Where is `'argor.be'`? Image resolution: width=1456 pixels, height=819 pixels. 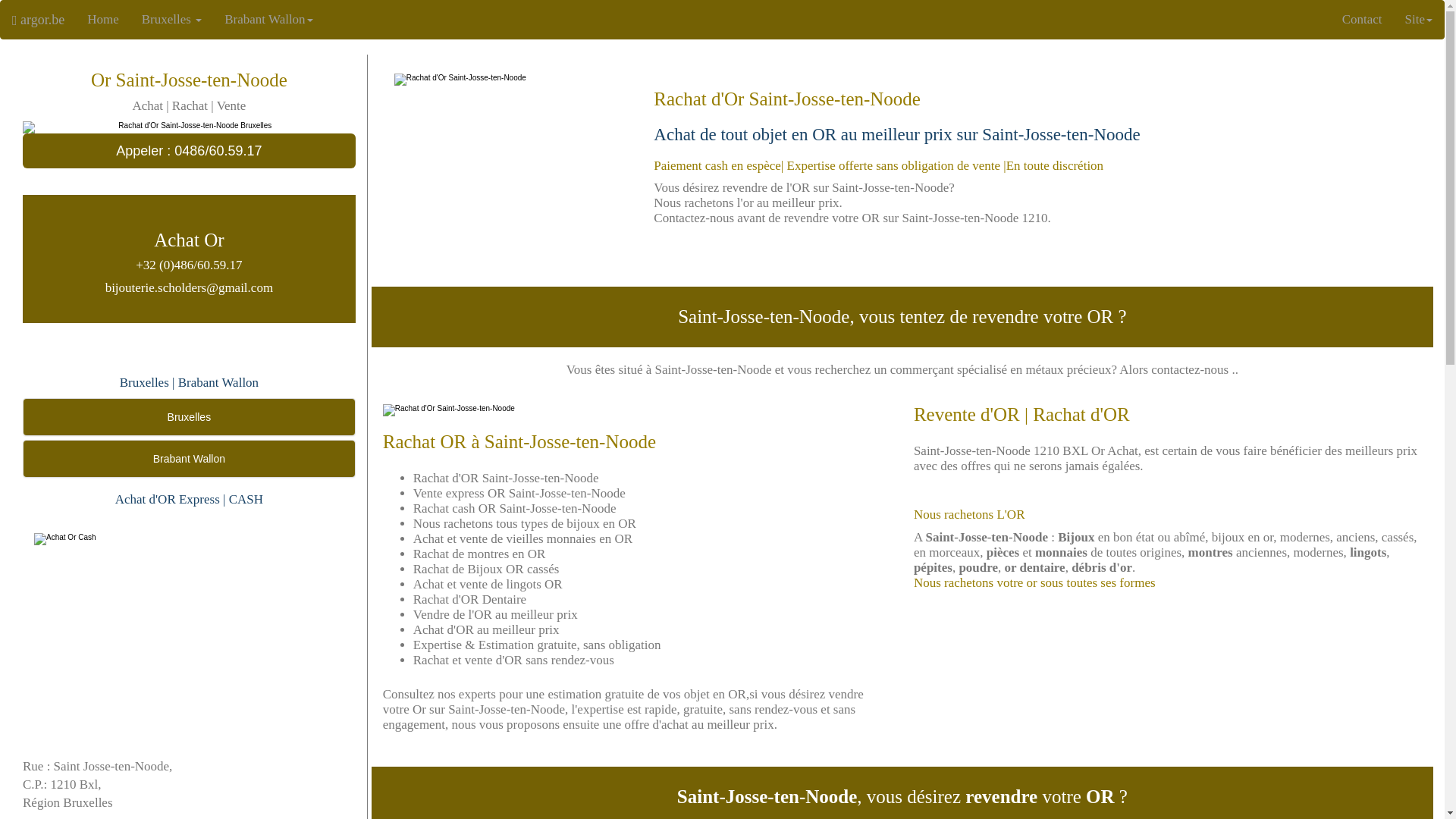
'argor.be' is located at coordinates (38, 20).